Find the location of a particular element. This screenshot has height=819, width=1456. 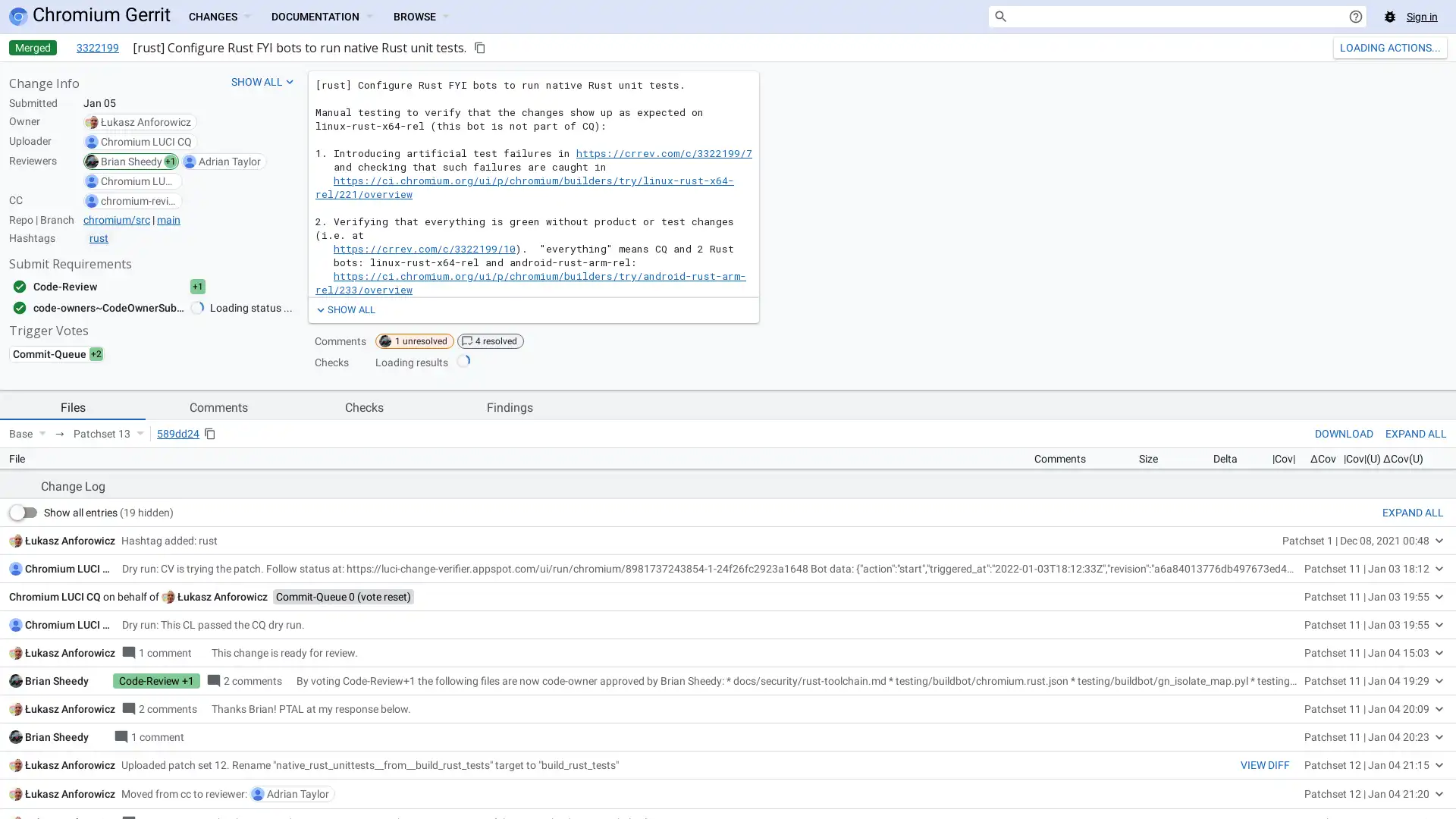

4 resolved is located at coordinates (491, 341).